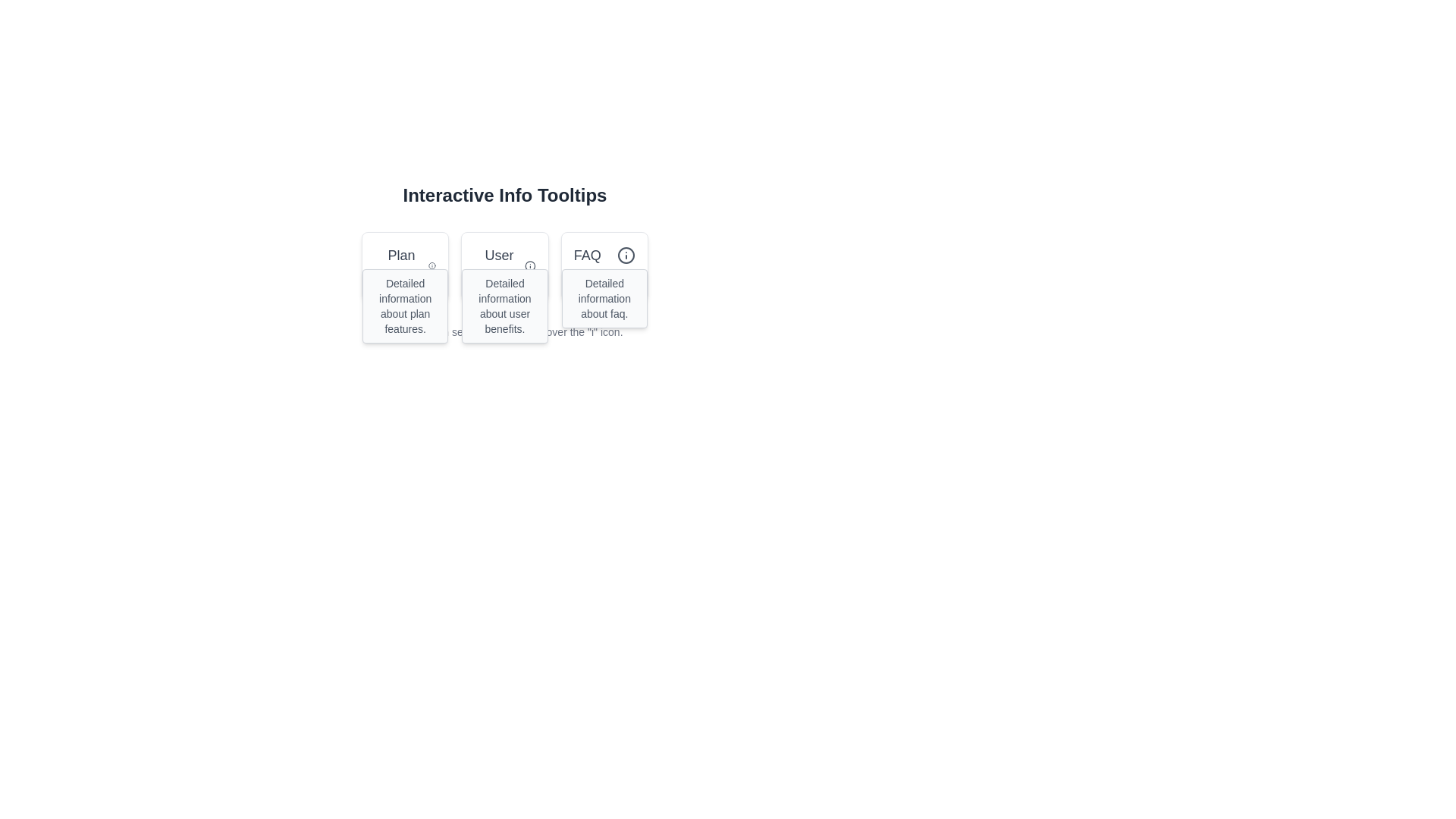  I want to click on the circular icon with an 'i' symbol, located to the right of the heading 'Plan Features', for additional information, so click(431, 265).